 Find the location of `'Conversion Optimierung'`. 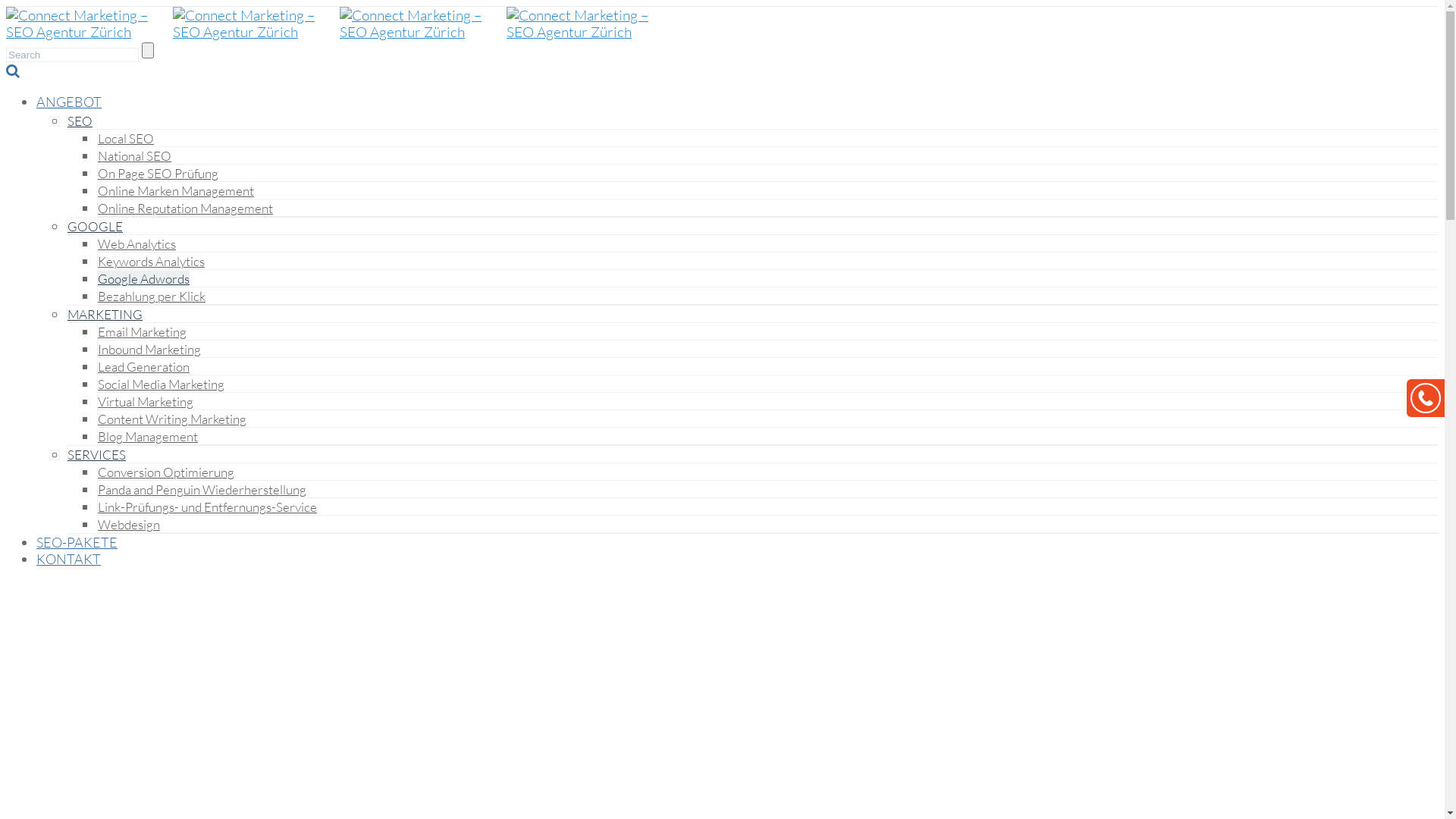

'Conversion Optimierung' is located at coordinates (165, 471).